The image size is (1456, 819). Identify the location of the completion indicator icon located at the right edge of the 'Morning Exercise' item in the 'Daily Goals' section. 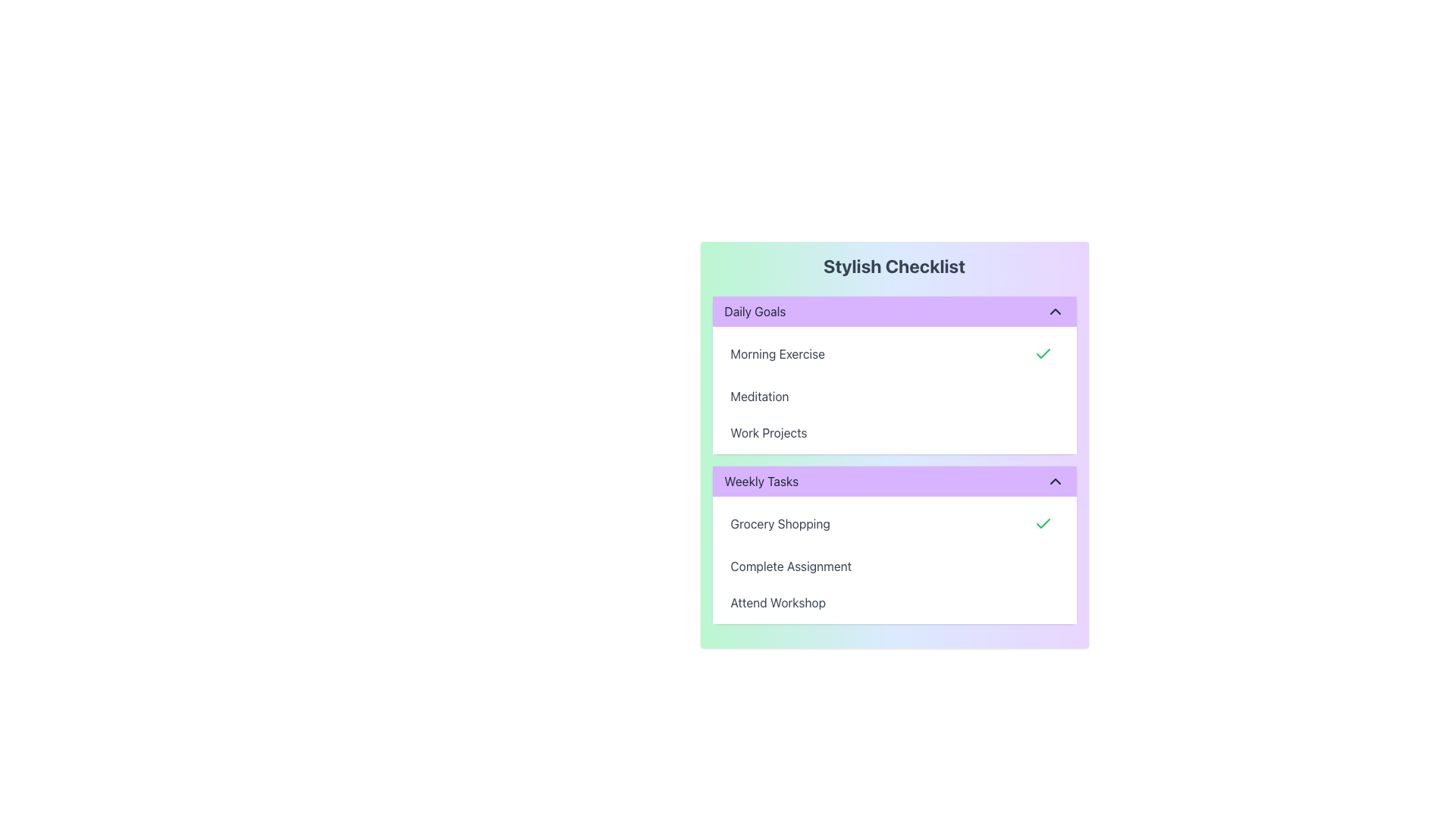
(1042, 353).